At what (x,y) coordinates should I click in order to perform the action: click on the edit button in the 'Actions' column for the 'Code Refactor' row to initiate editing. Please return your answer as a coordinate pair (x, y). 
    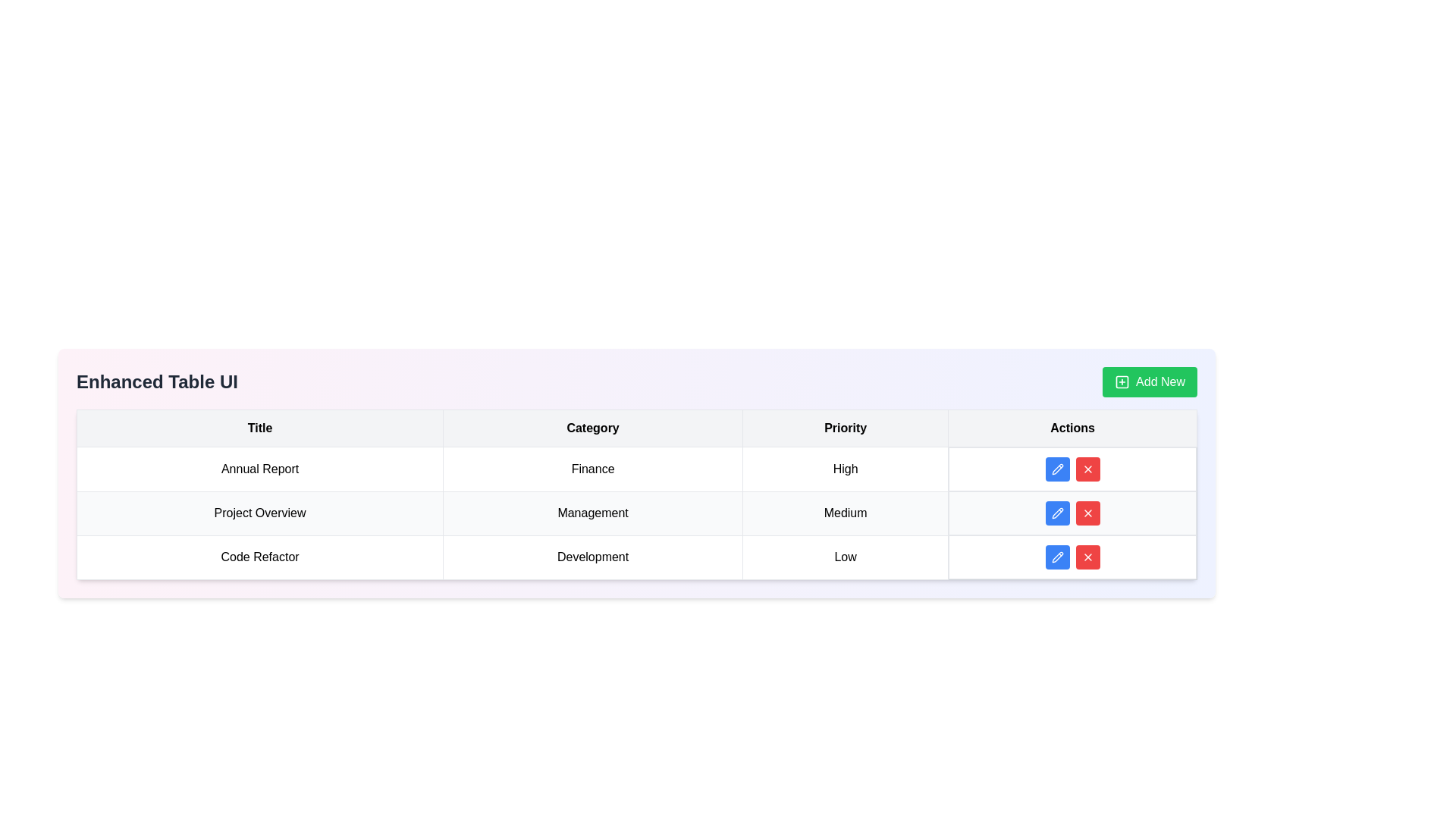
    Looking at the image, I should click on (1056, 557).